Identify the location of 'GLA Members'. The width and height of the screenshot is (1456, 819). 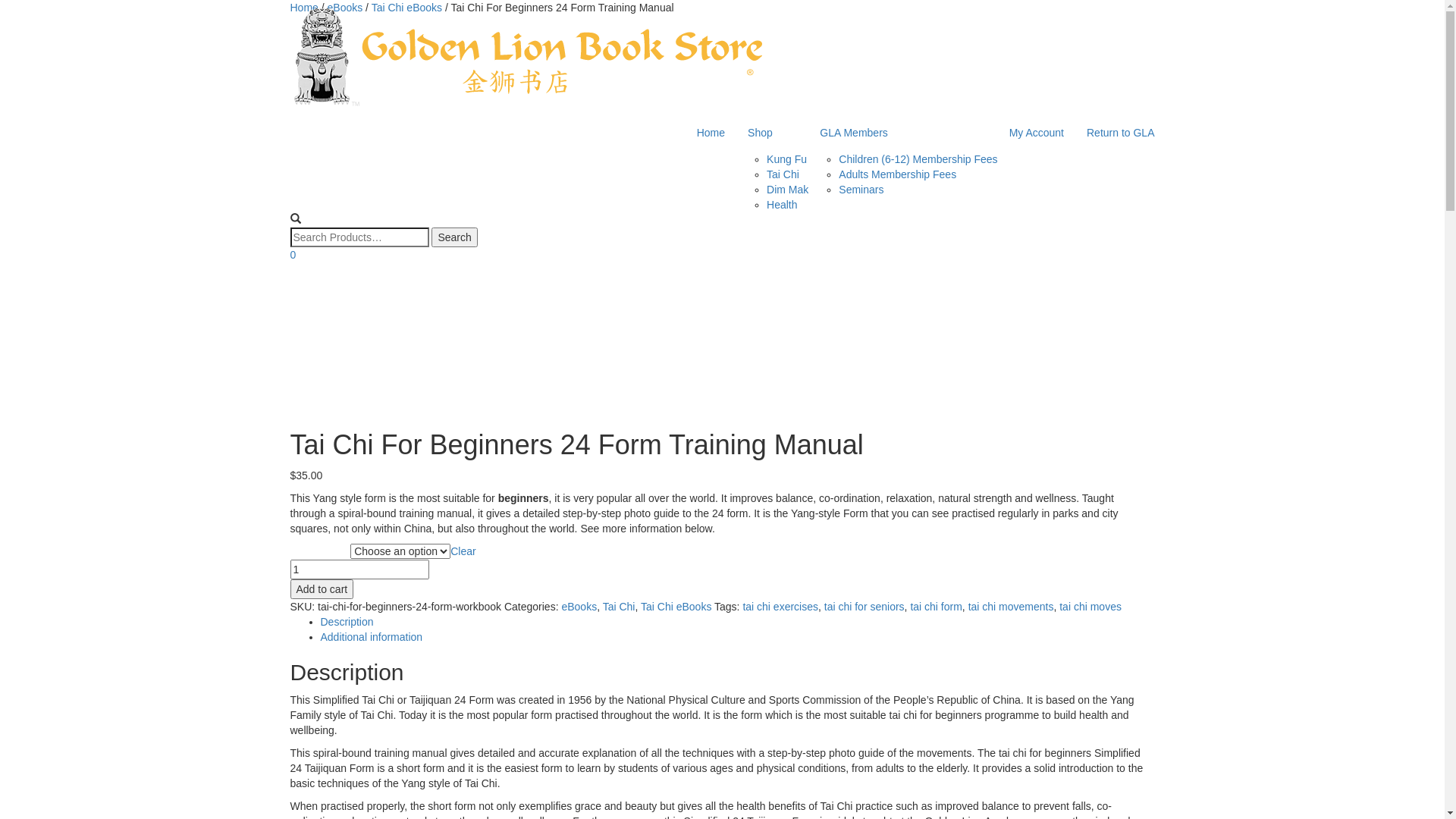
(902, 131).